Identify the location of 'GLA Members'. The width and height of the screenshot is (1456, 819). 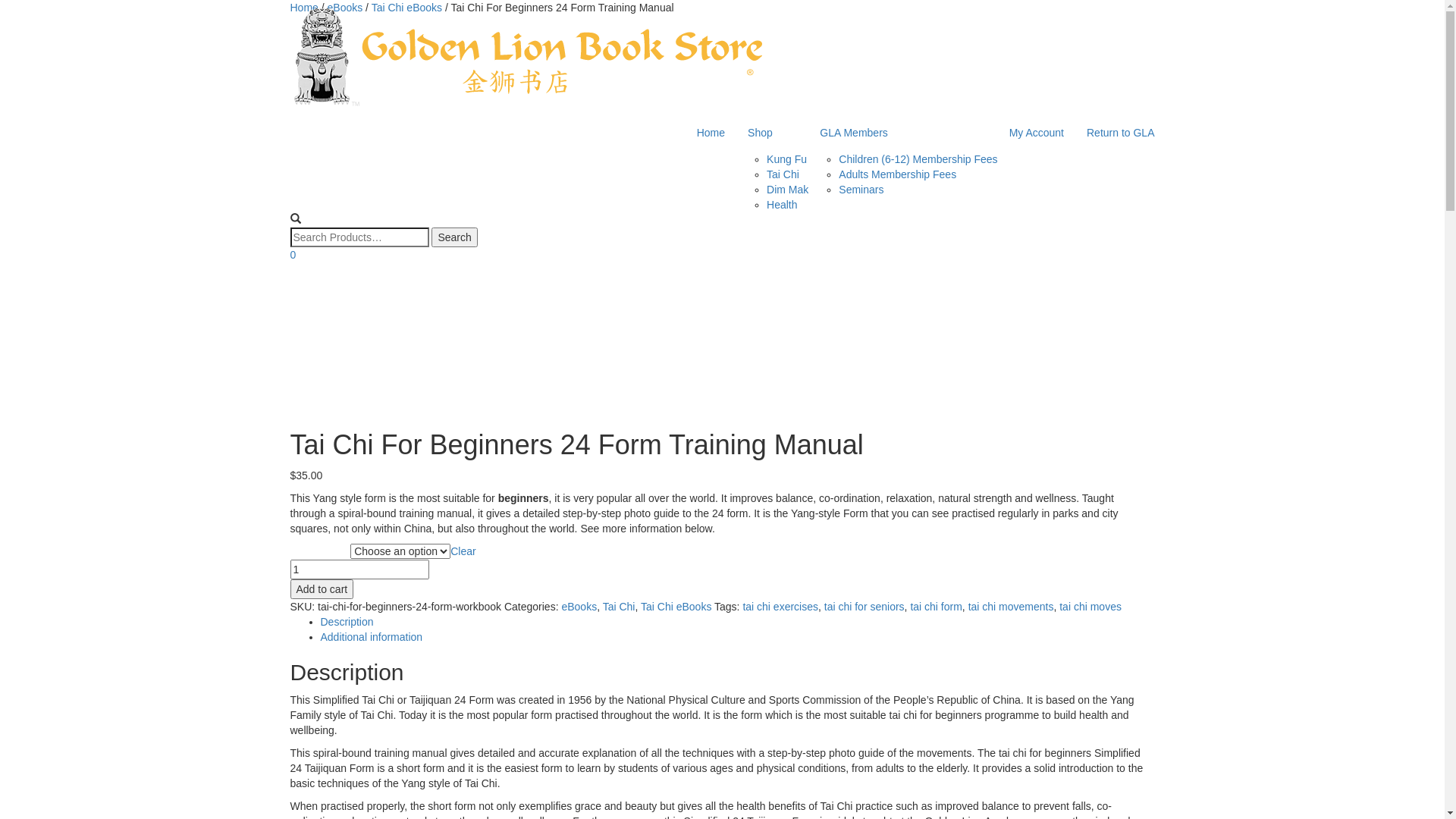
(902, 131).